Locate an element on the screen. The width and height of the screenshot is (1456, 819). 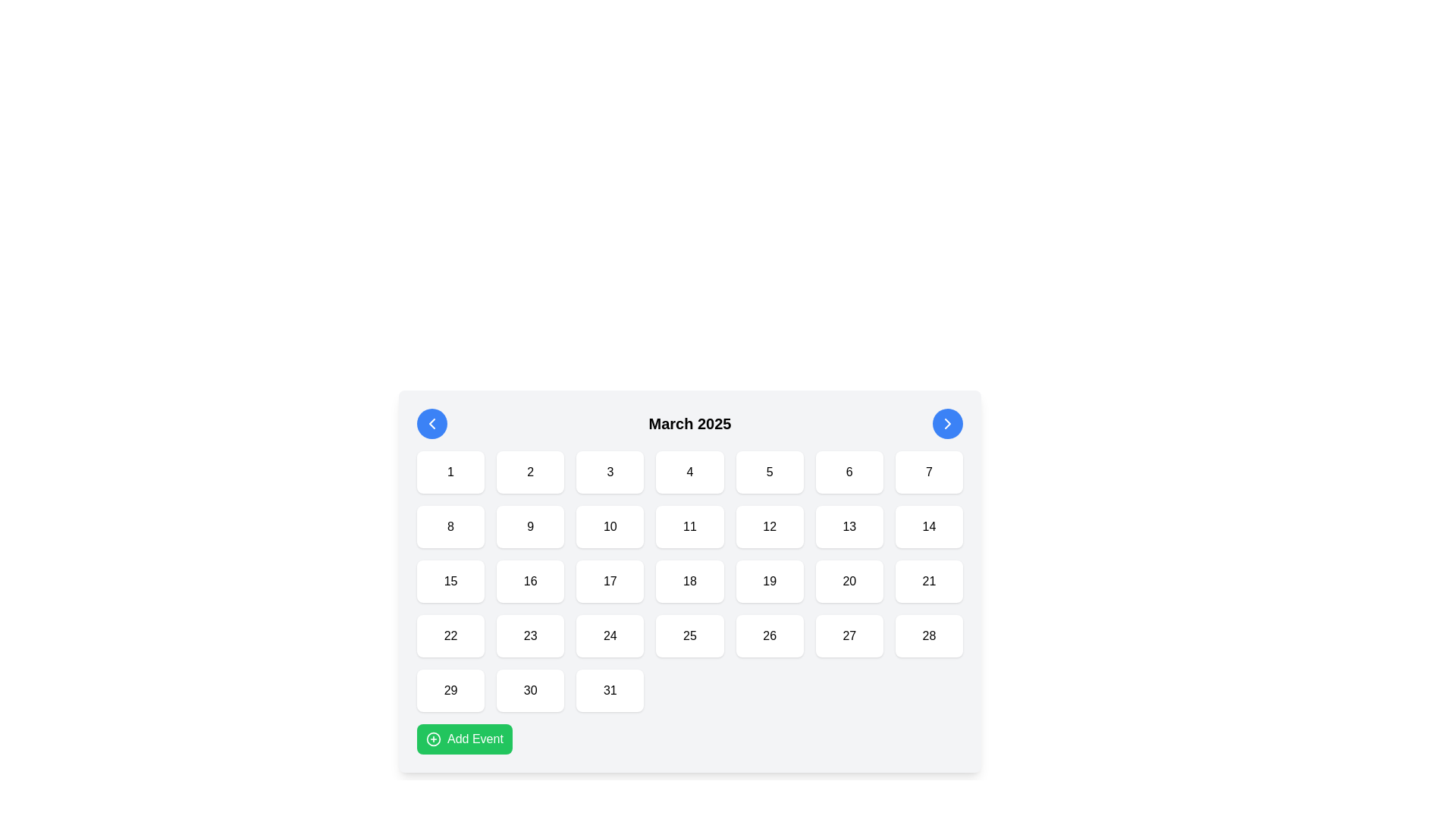
the static calendar day component representing the date '3' in the calendar grid under 'March 2025' is located at coordinates (610, 472).